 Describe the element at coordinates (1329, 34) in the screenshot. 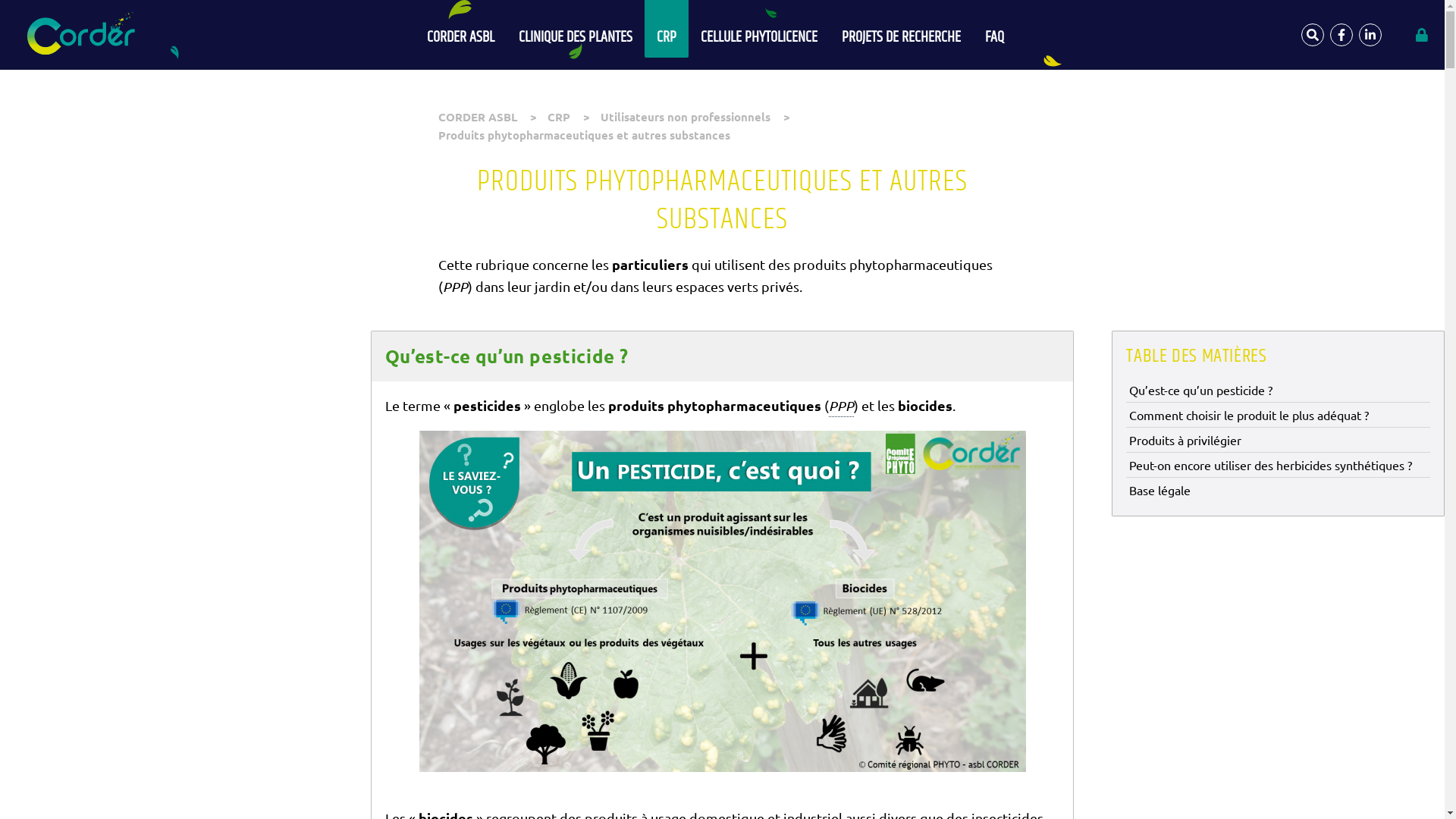

I see `'Lien vers la page Facebook CORDER'` at that location.